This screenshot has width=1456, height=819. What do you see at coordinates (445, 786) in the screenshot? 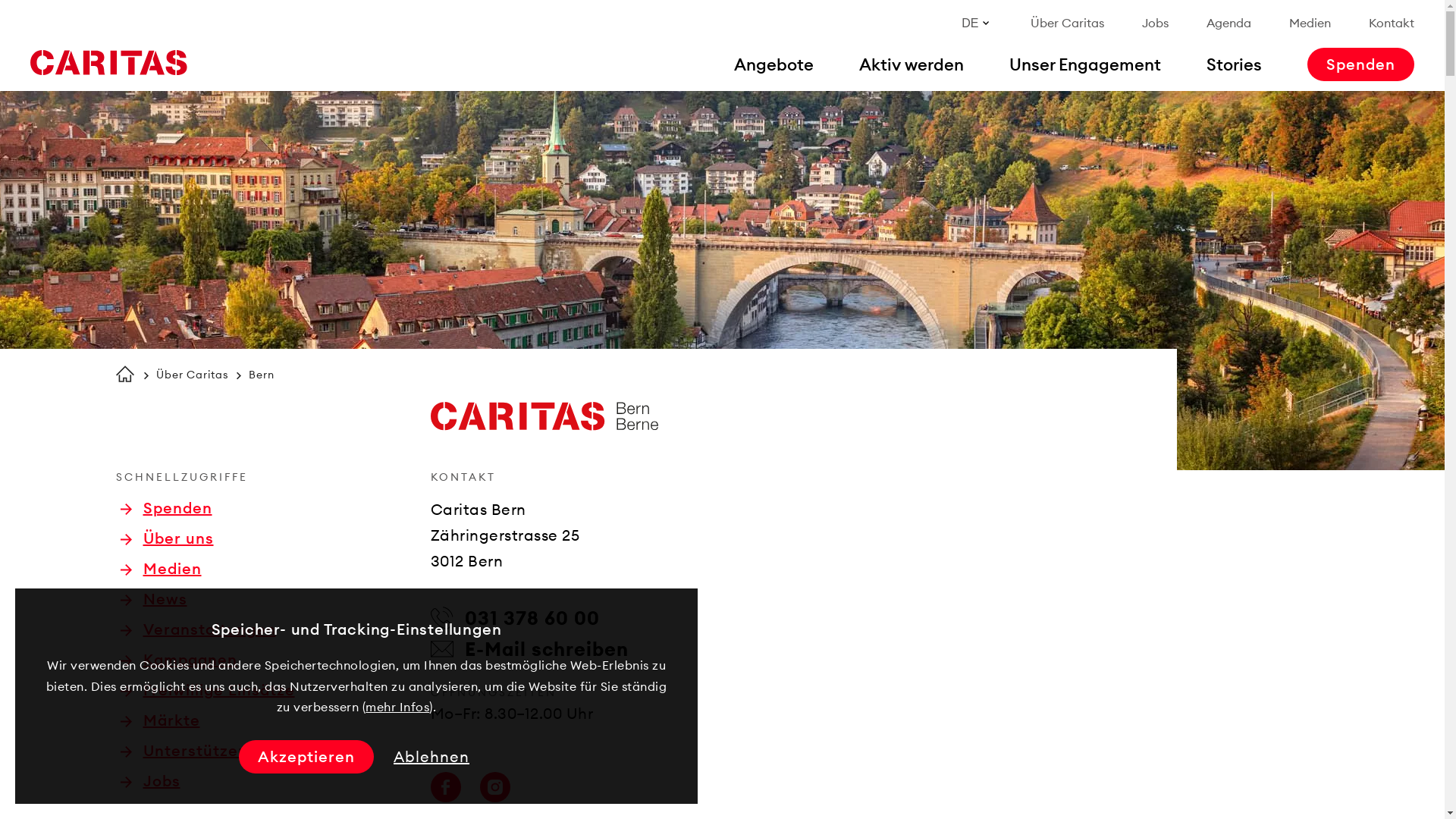
I see `'facebook'` at bounding box center [445, 786].